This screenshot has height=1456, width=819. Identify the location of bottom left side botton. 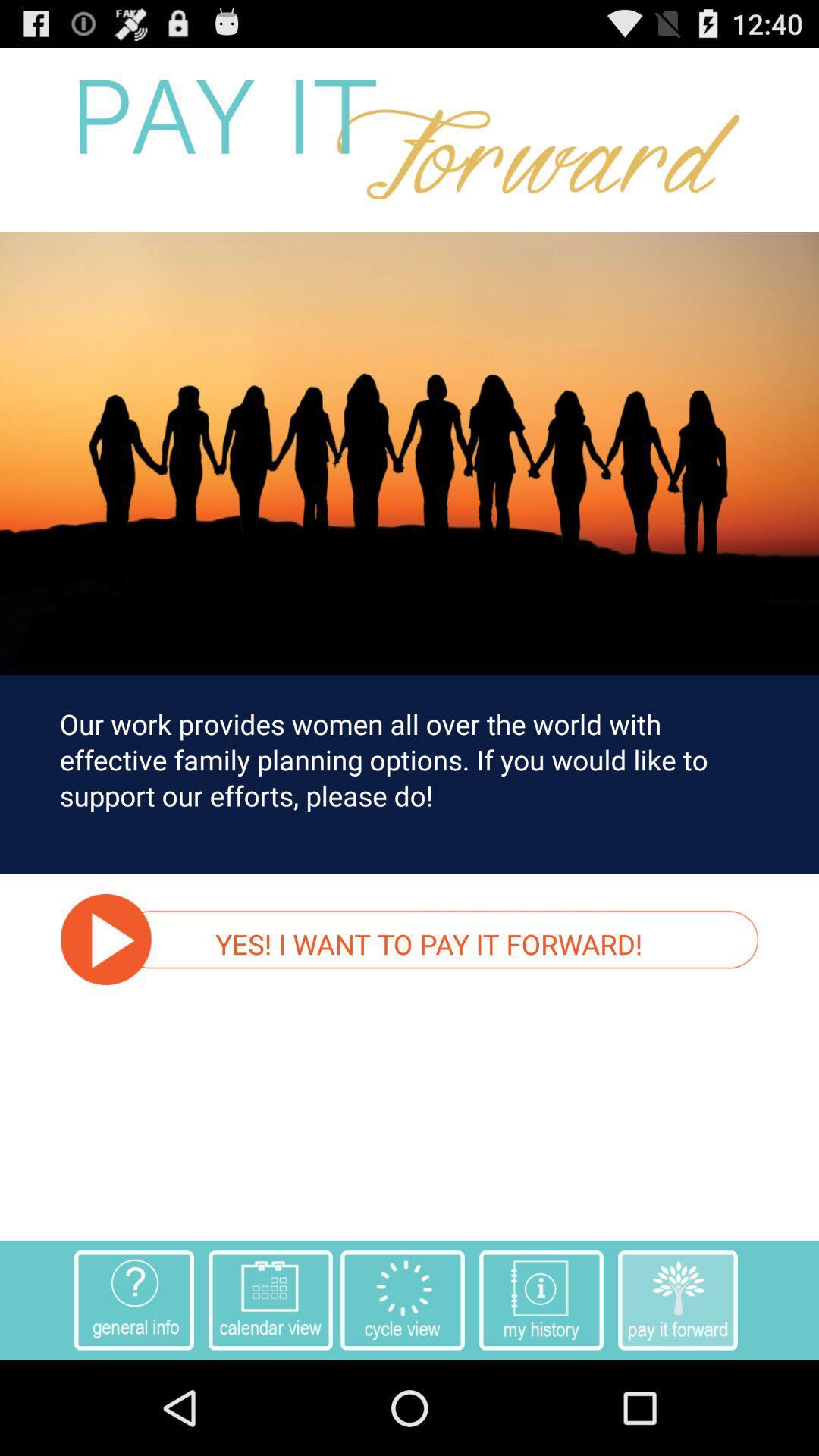
(133, 1299).